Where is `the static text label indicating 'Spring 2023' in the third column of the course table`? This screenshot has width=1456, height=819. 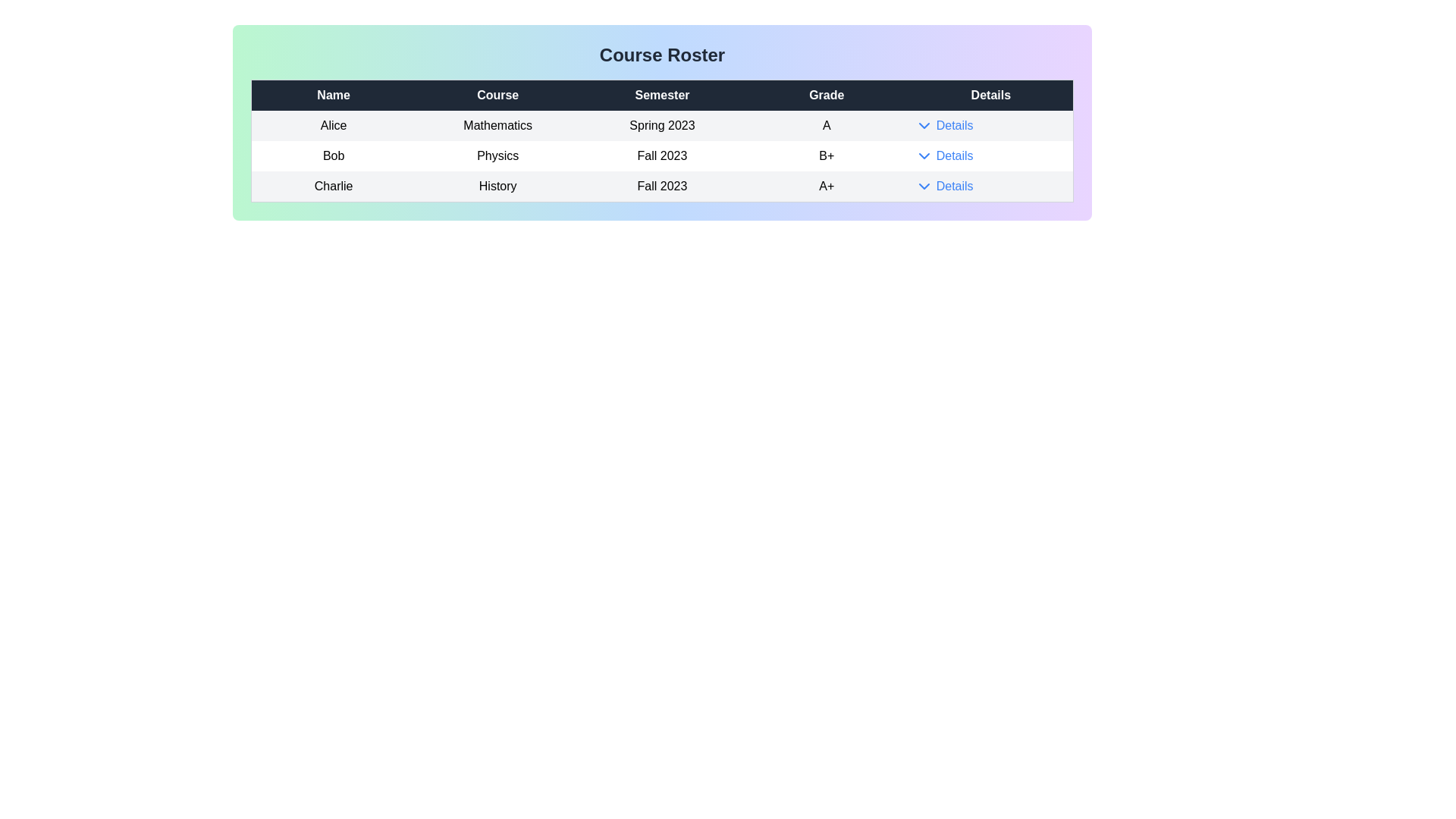
the static text label indicating 'Spring 2023' in the third column of the course table is located at coordinates (662, 124).